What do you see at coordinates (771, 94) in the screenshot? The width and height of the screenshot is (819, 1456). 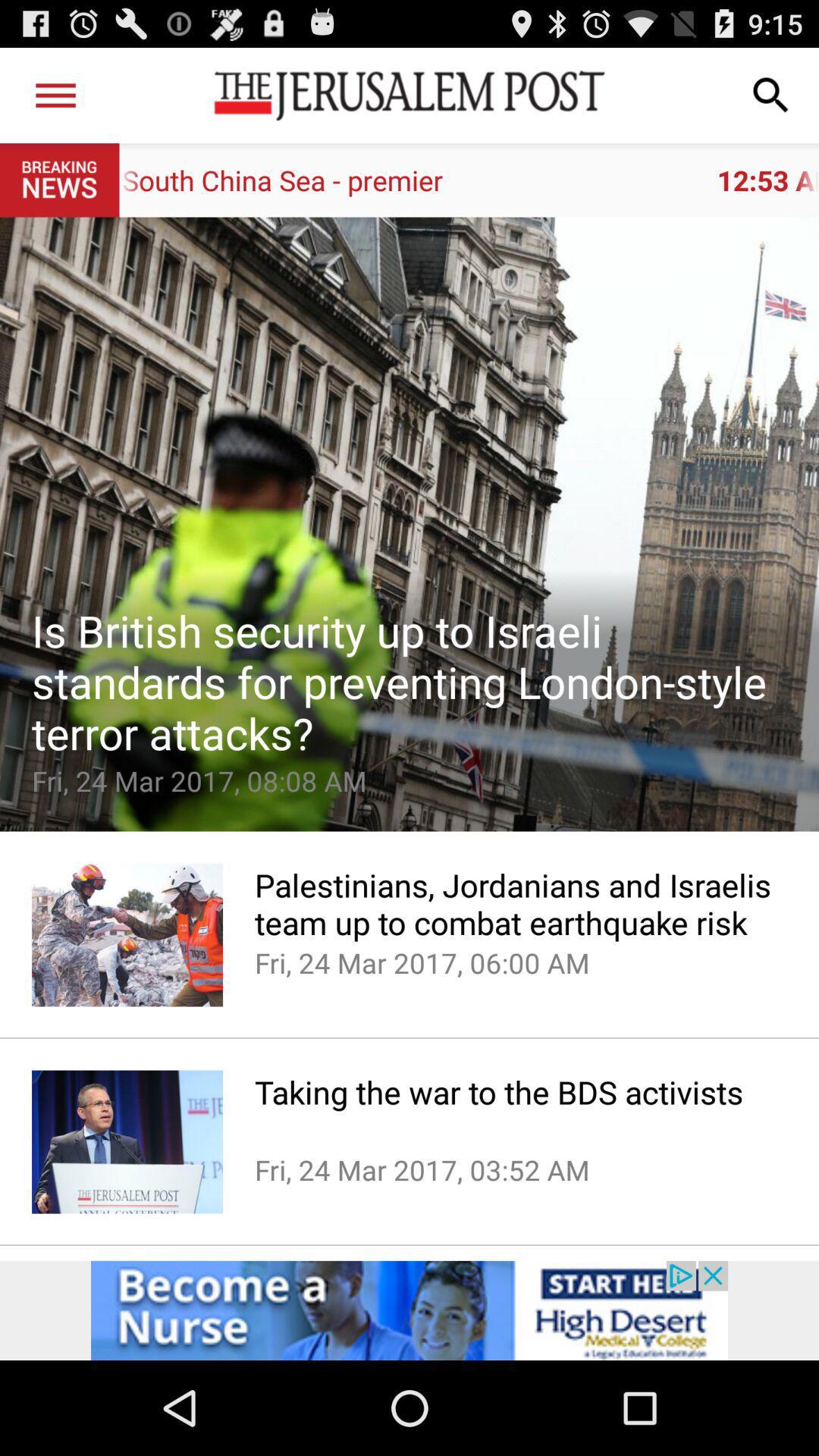 I see `item above 12 53 am` at bounding box center [771, 94].